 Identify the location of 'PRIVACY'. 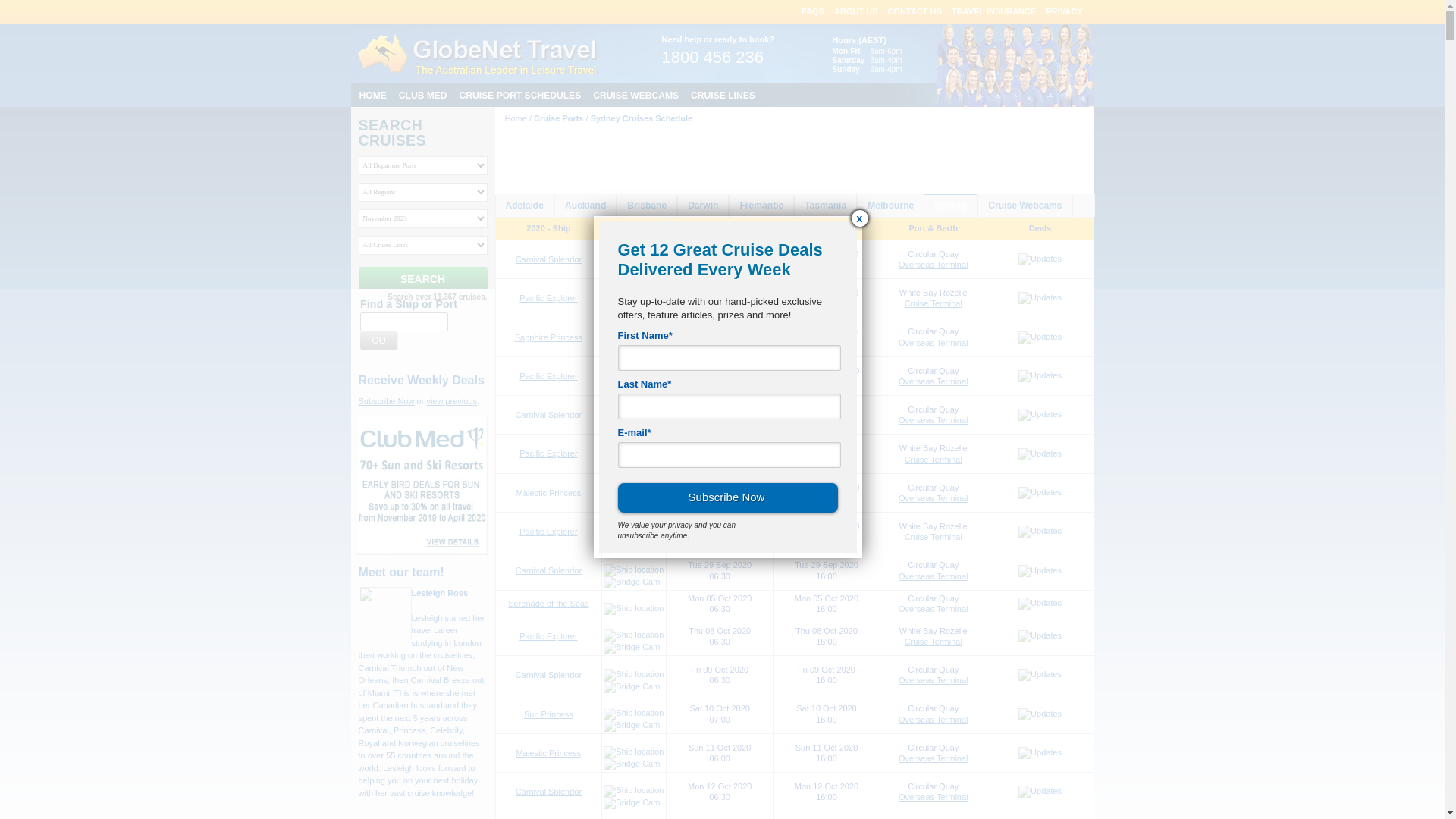
(1062, 11).